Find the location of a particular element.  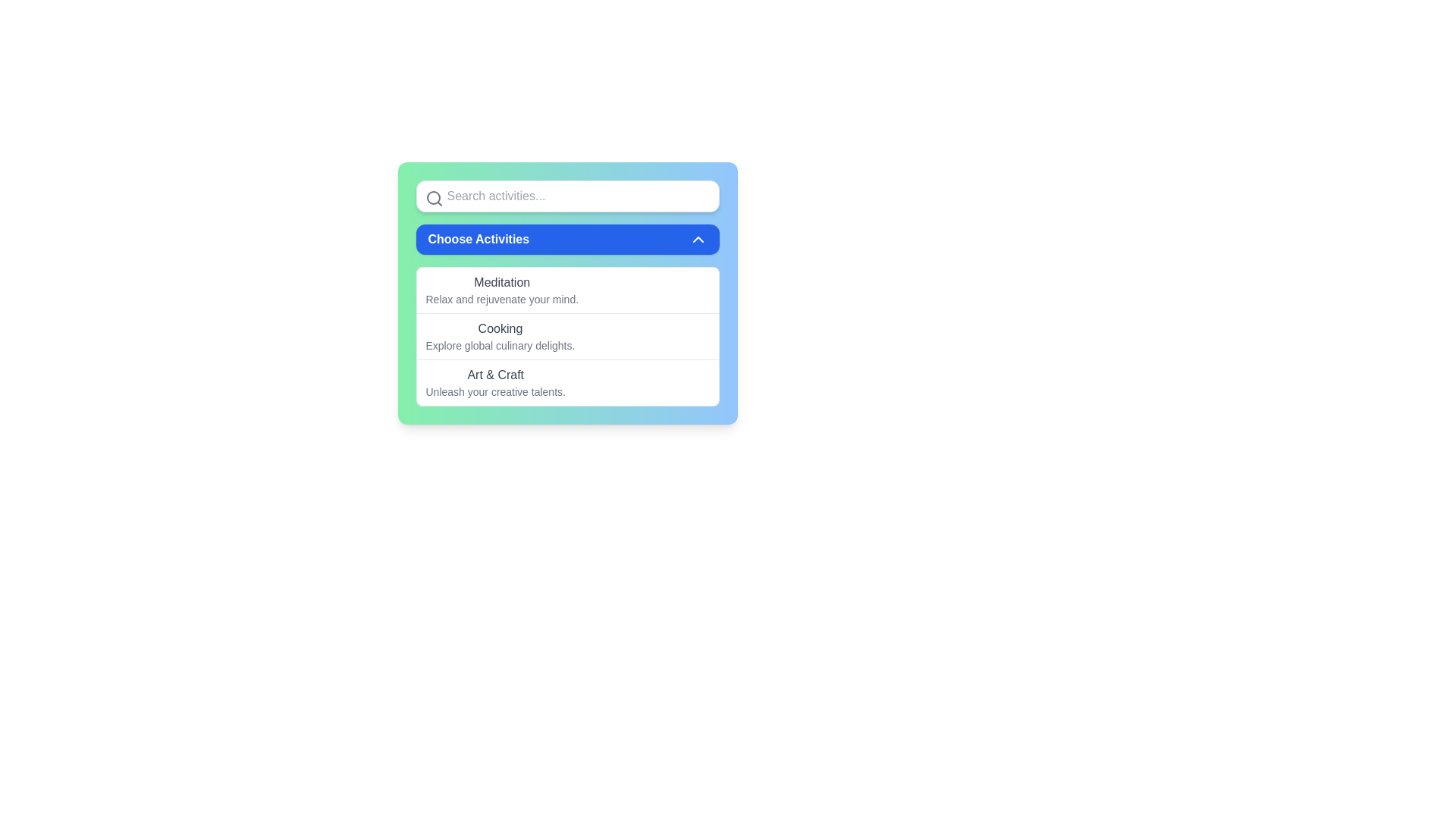

the dropdown toggle button located directly below the 'Search activities...' bar is located at coordinates (566, 239).